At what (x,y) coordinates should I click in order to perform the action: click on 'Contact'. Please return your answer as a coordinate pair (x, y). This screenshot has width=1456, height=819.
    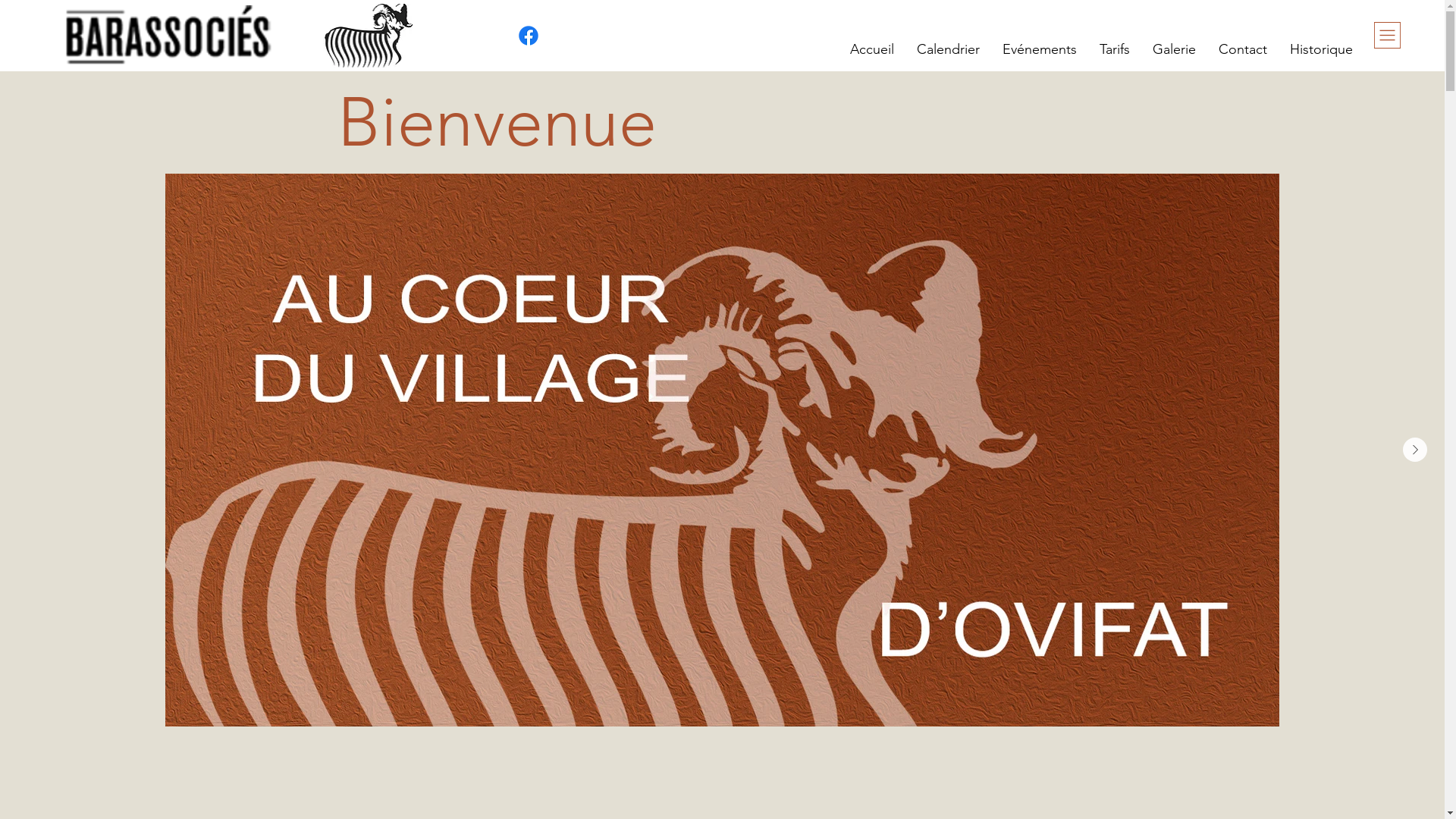
    Looking at the image, I should click on (1242, 49).